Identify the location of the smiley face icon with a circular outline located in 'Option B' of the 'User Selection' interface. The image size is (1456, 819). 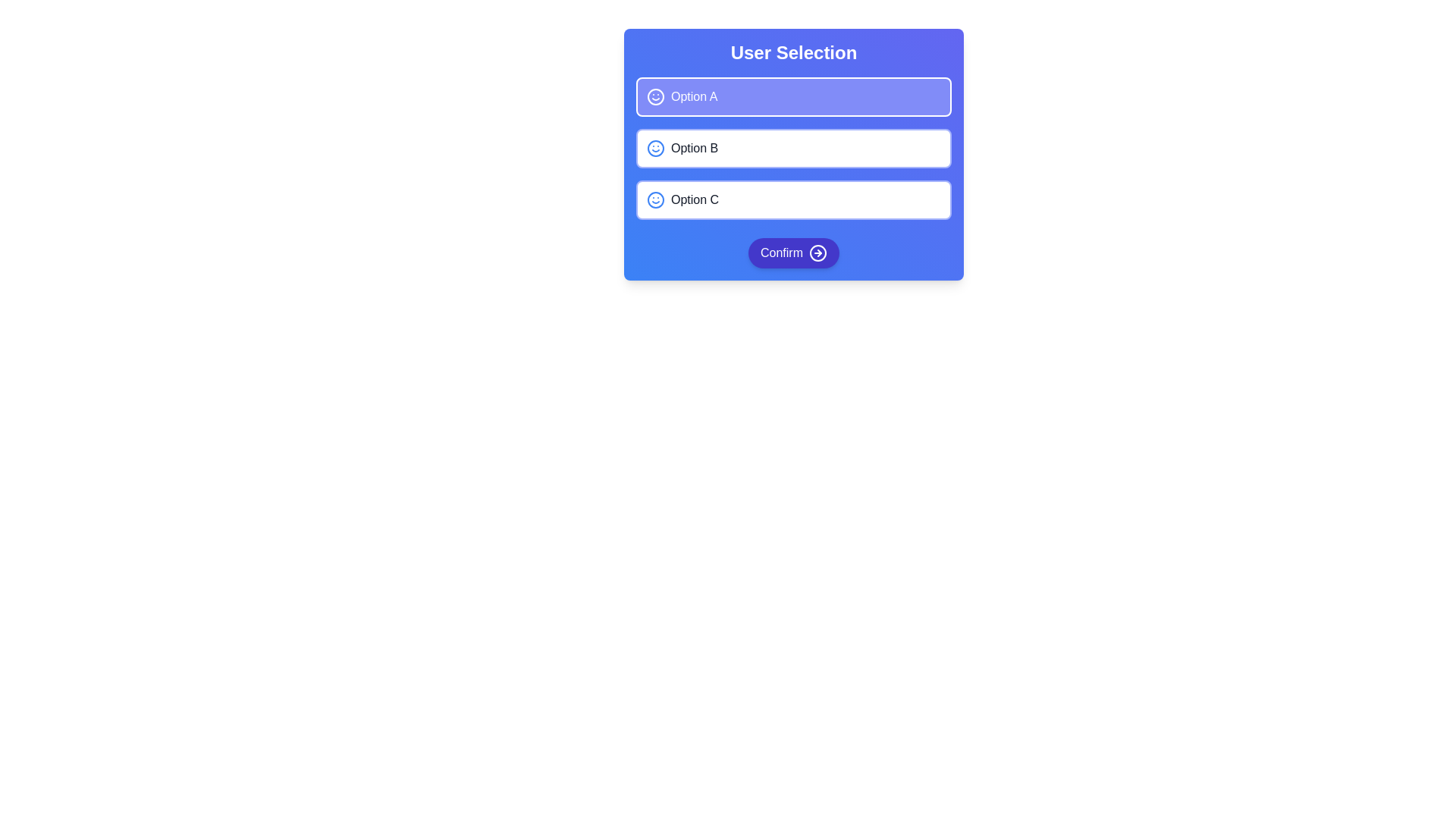
(655, 149).